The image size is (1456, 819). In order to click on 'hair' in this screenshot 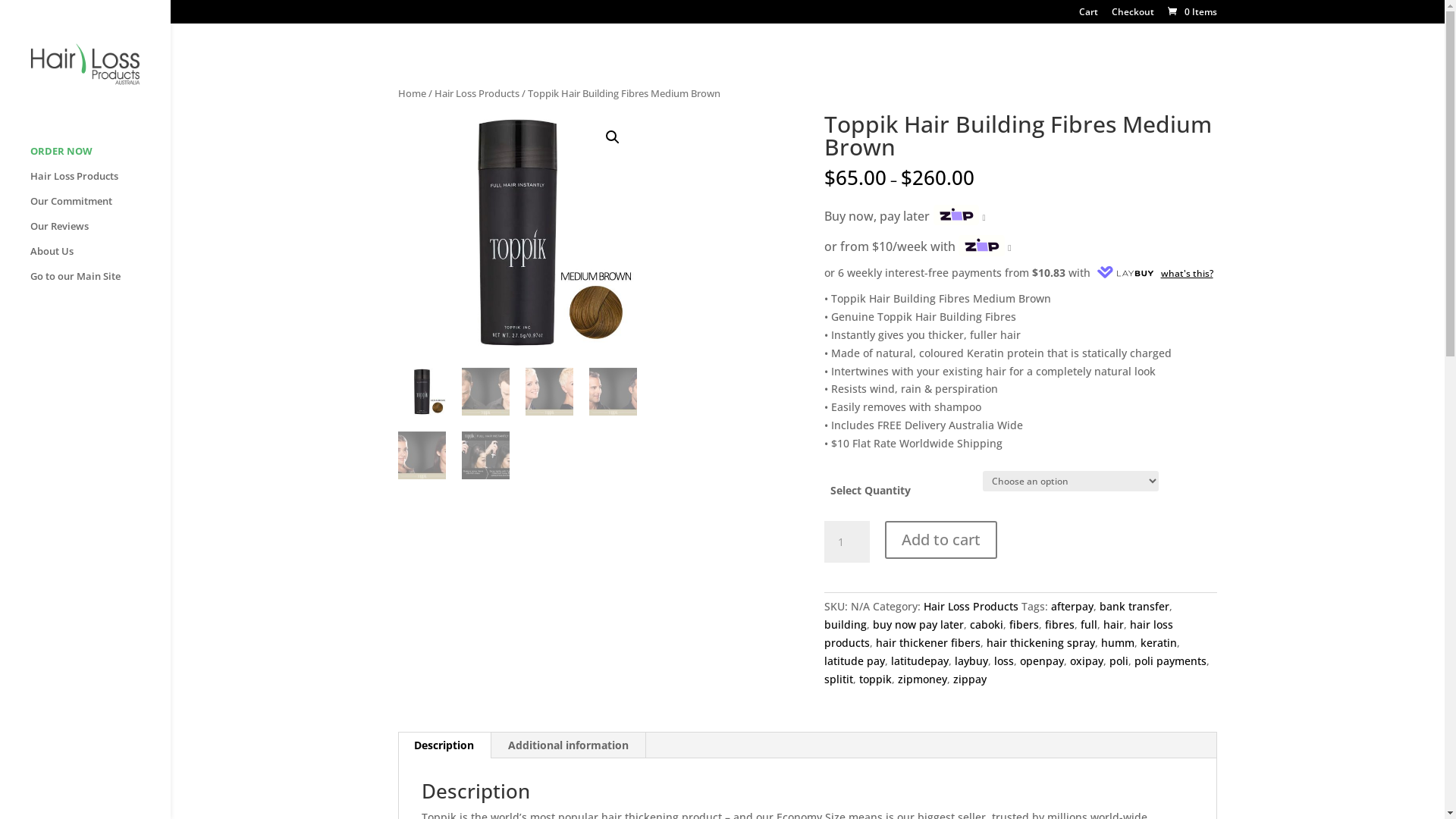, I will do `click(1103, 624)`.